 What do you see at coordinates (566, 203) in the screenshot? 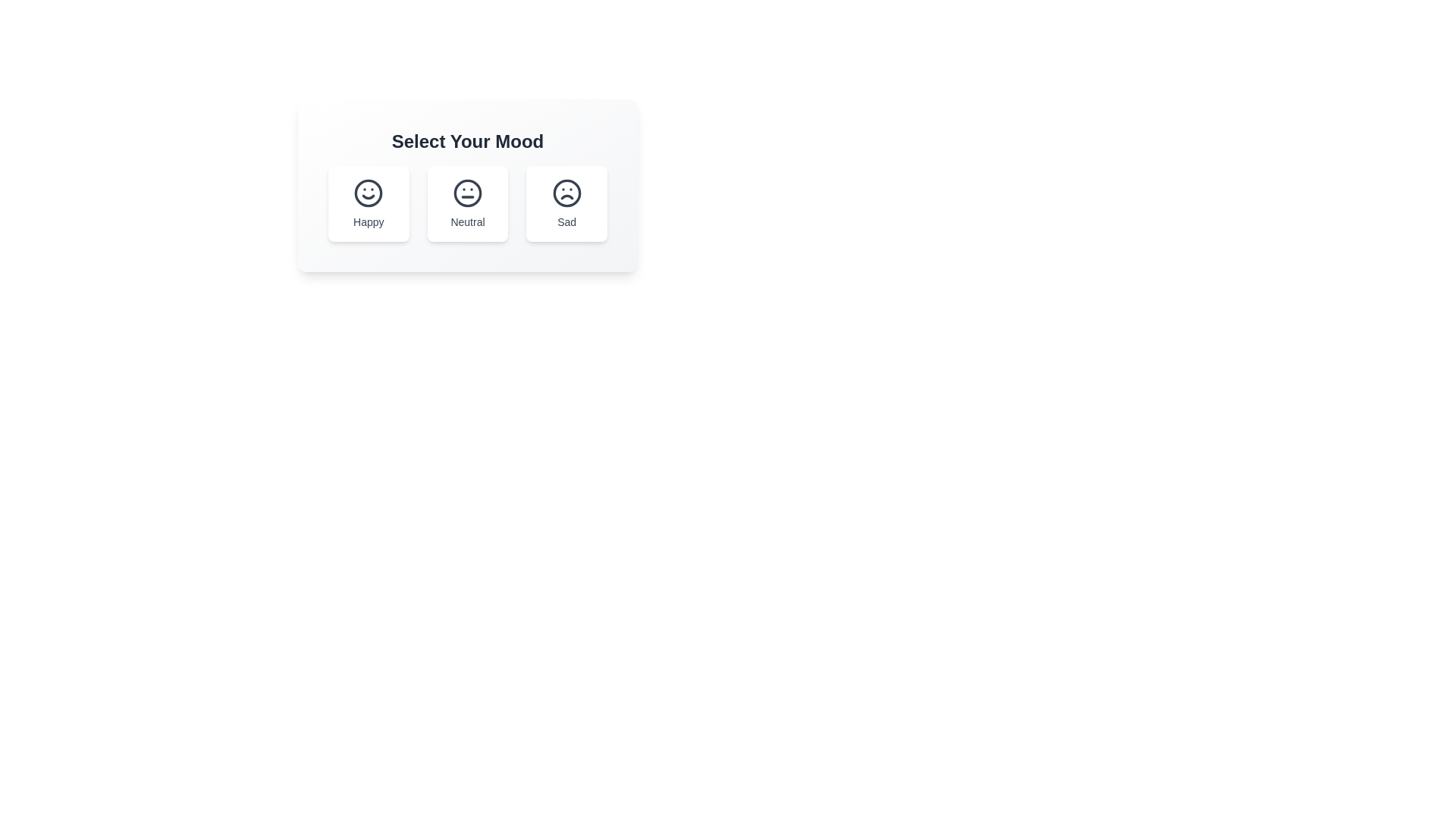
I see `the mood button labeled Sad` at bounding box center [566, 203].